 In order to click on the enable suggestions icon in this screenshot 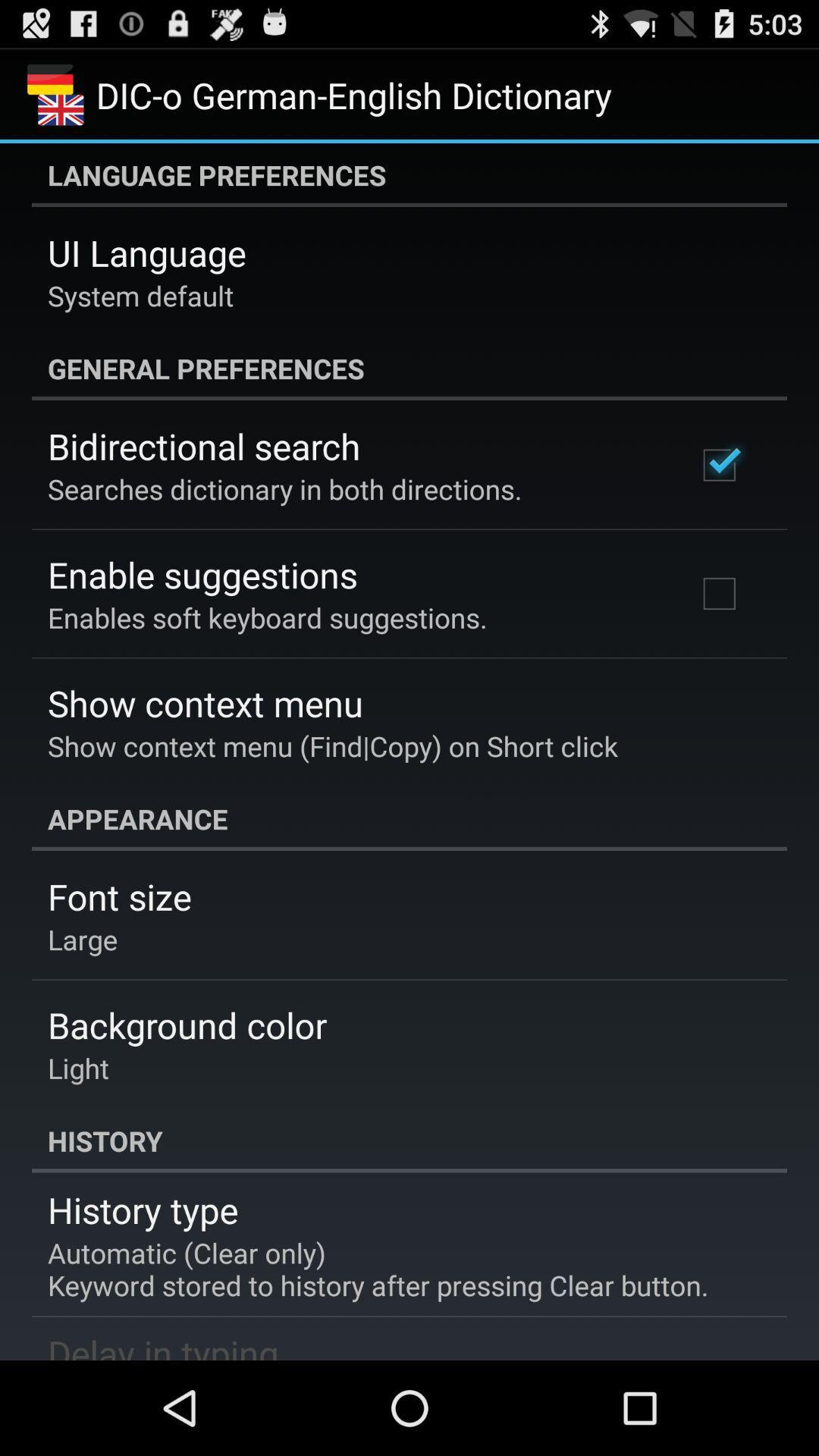, I will do `click(202, 573)`.